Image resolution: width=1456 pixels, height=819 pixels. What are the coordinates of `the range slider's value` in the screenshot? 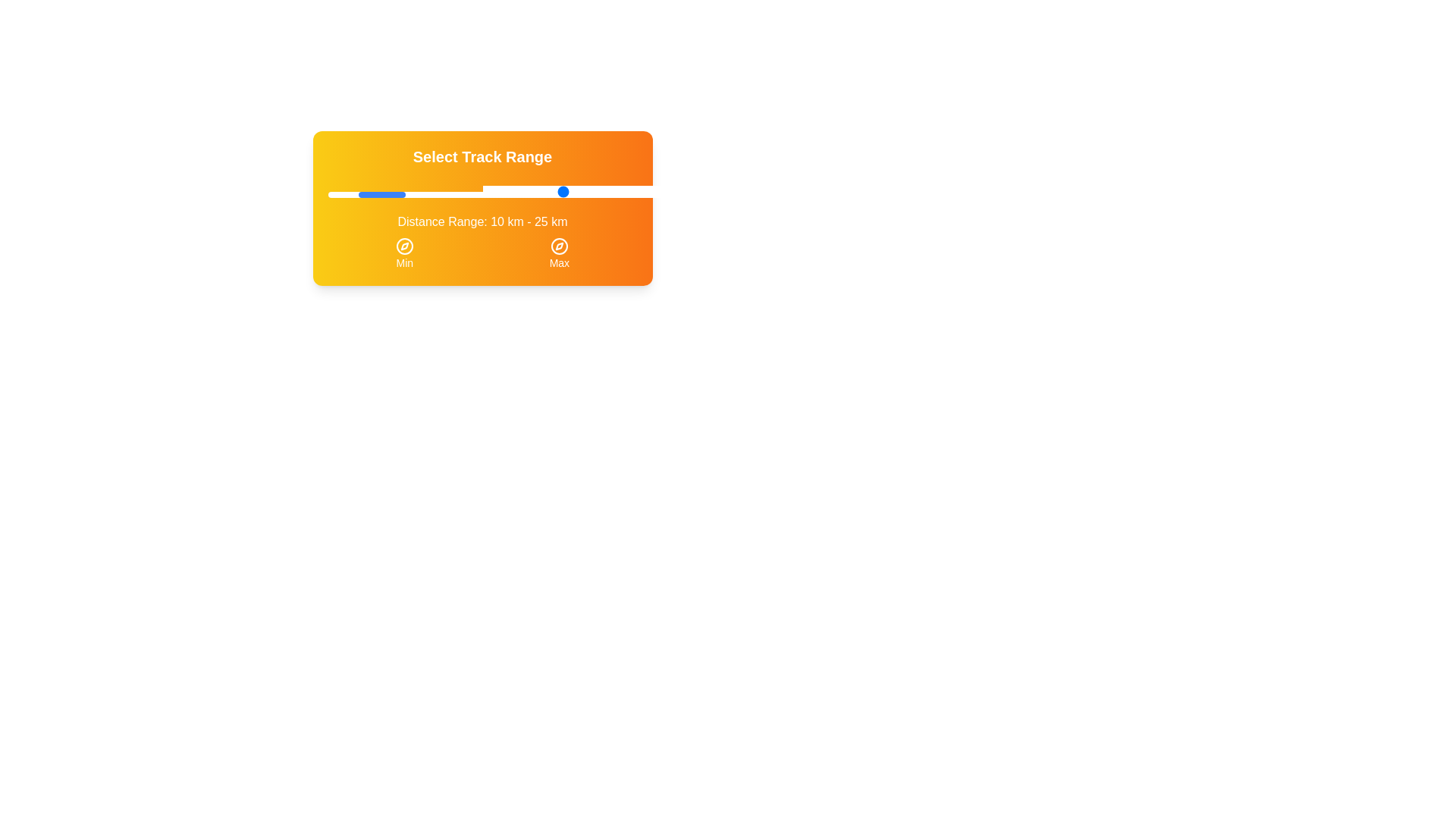 It's located at (497, 194).